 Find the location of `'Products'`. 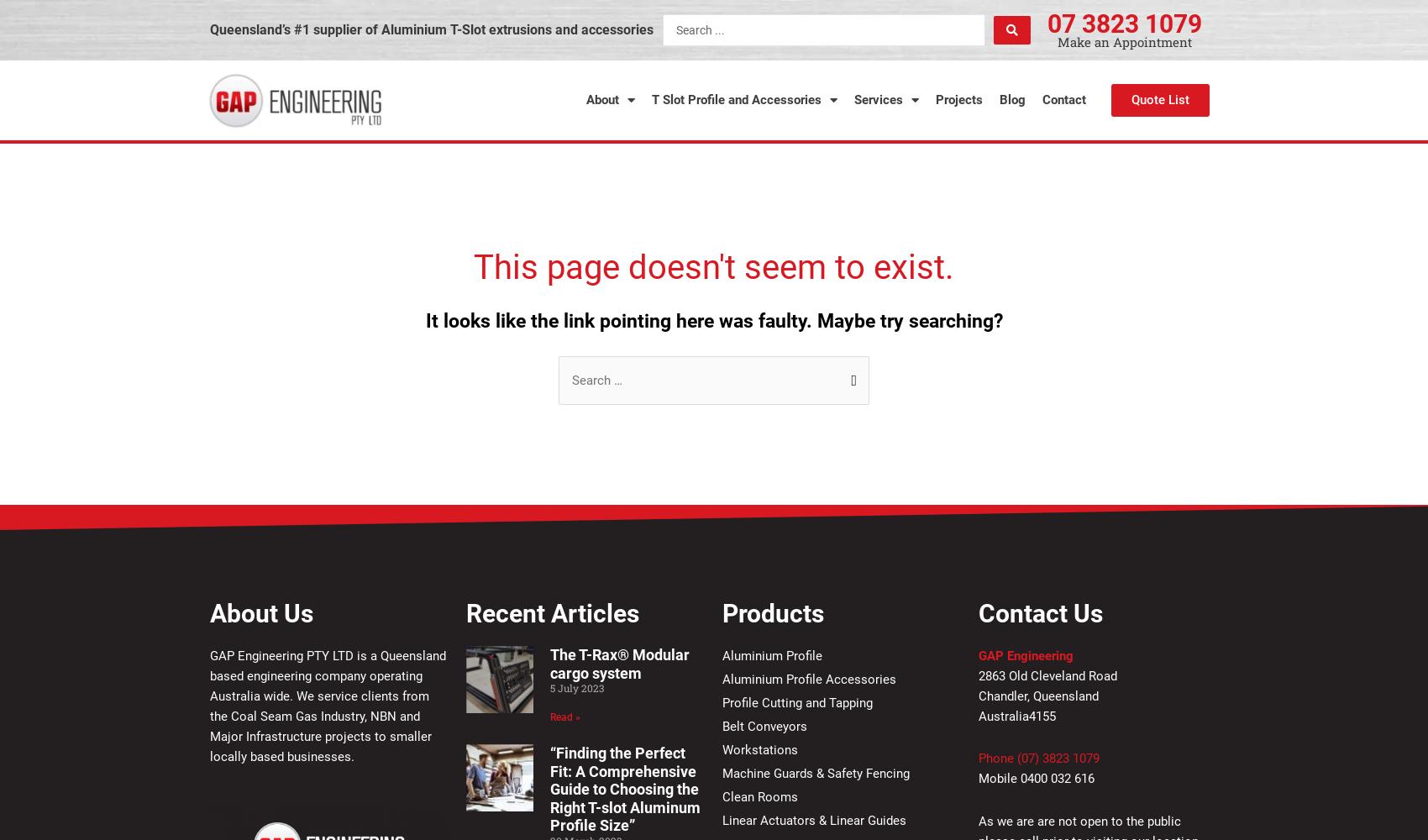

'Products' is located at coordinates (773, 612).